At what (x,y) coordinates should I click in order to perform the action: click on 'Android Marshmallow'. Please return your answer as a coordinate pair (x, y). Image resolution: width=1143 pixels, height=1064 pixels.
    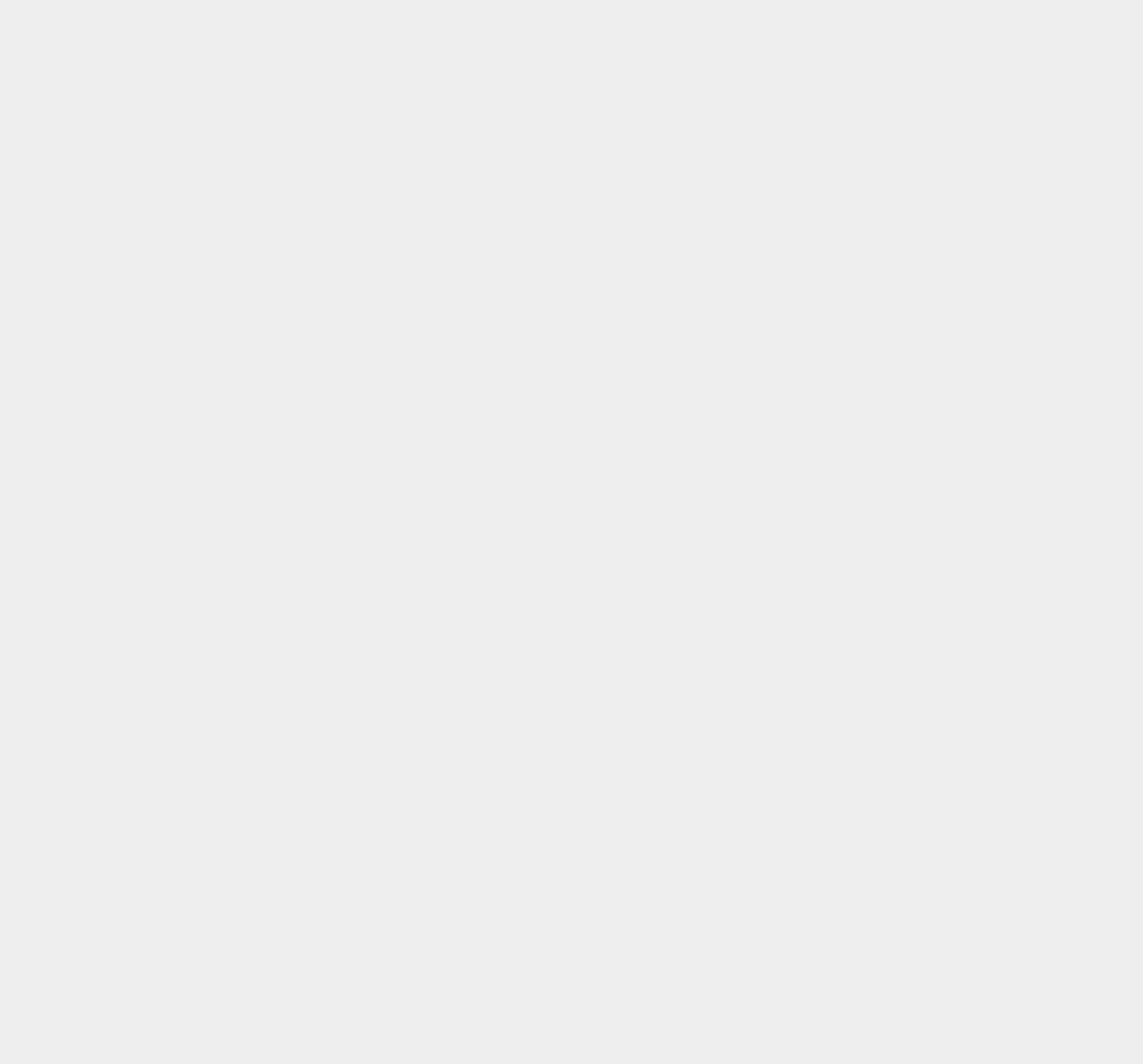
    Looking at the image, I should click on (876, 841).